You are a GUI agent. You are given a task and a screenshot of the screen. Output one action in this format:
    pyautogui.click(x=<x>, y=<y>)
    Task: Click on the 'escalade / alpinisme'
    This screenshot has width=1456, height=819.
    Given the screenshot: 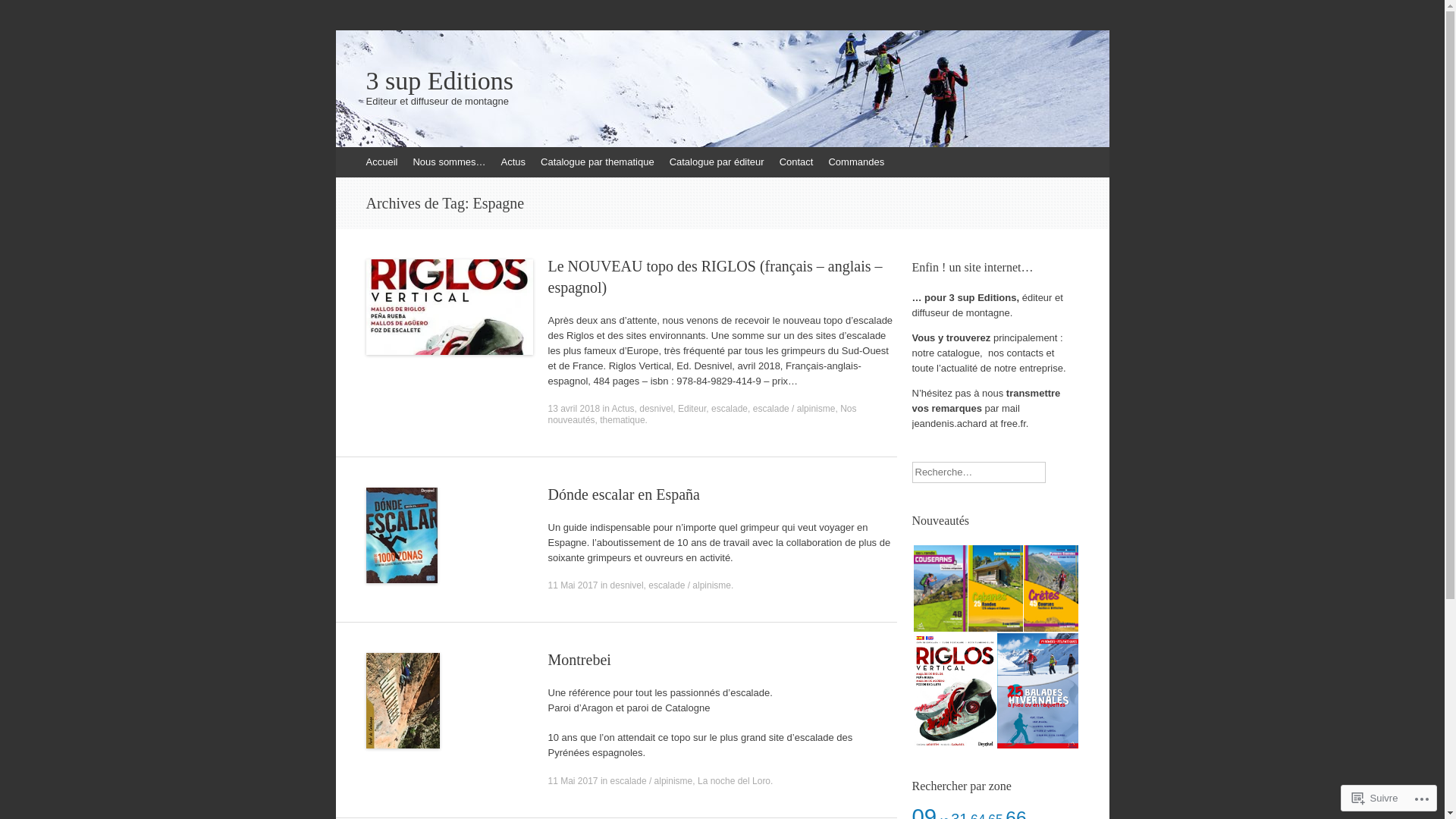 What is the action you would take?
    pyautogui.click(x=651, y=780)
    